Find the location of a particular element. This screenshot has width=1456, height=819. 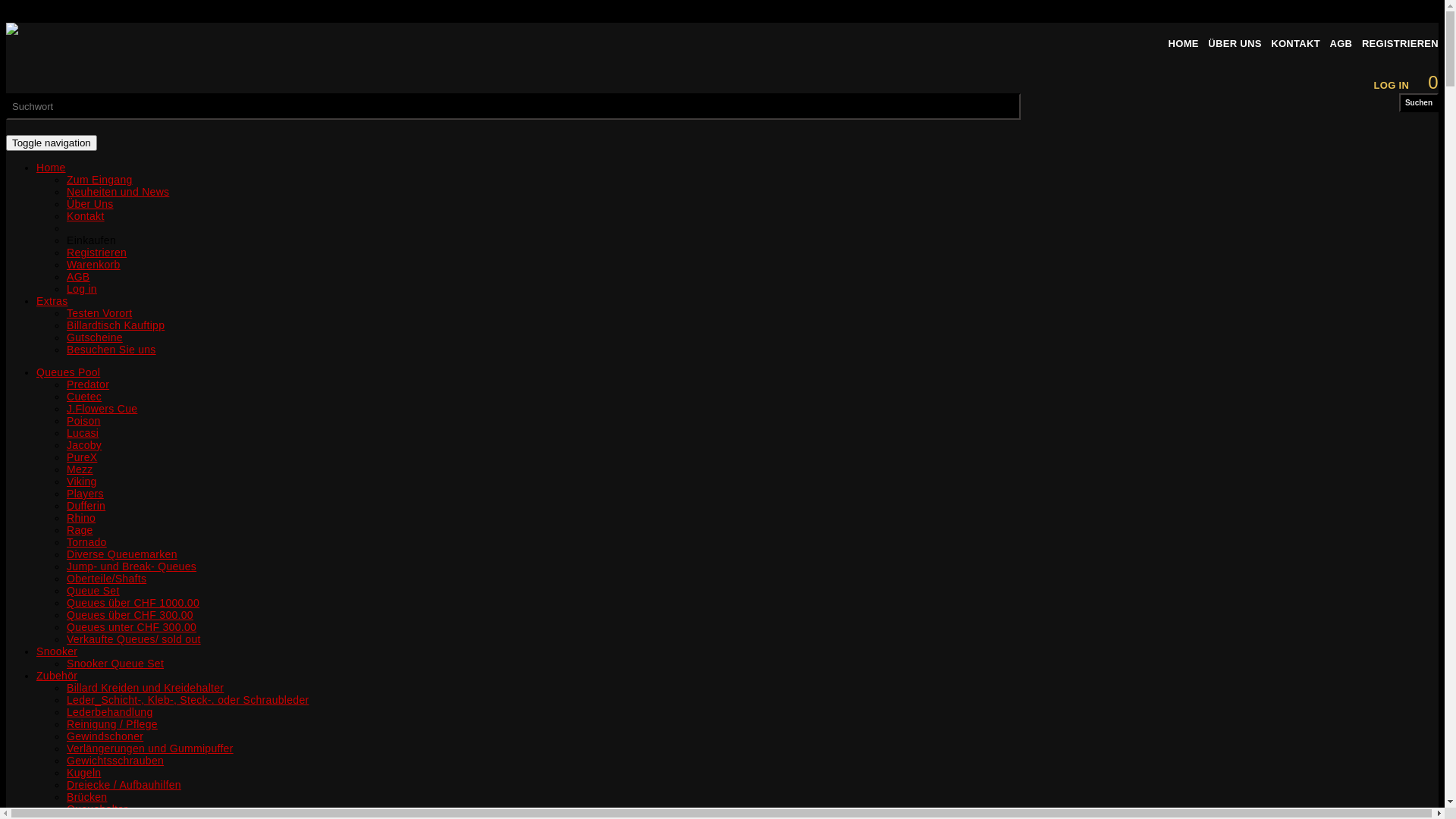

'Gewindschoner' is located at coordinates (104, 736).